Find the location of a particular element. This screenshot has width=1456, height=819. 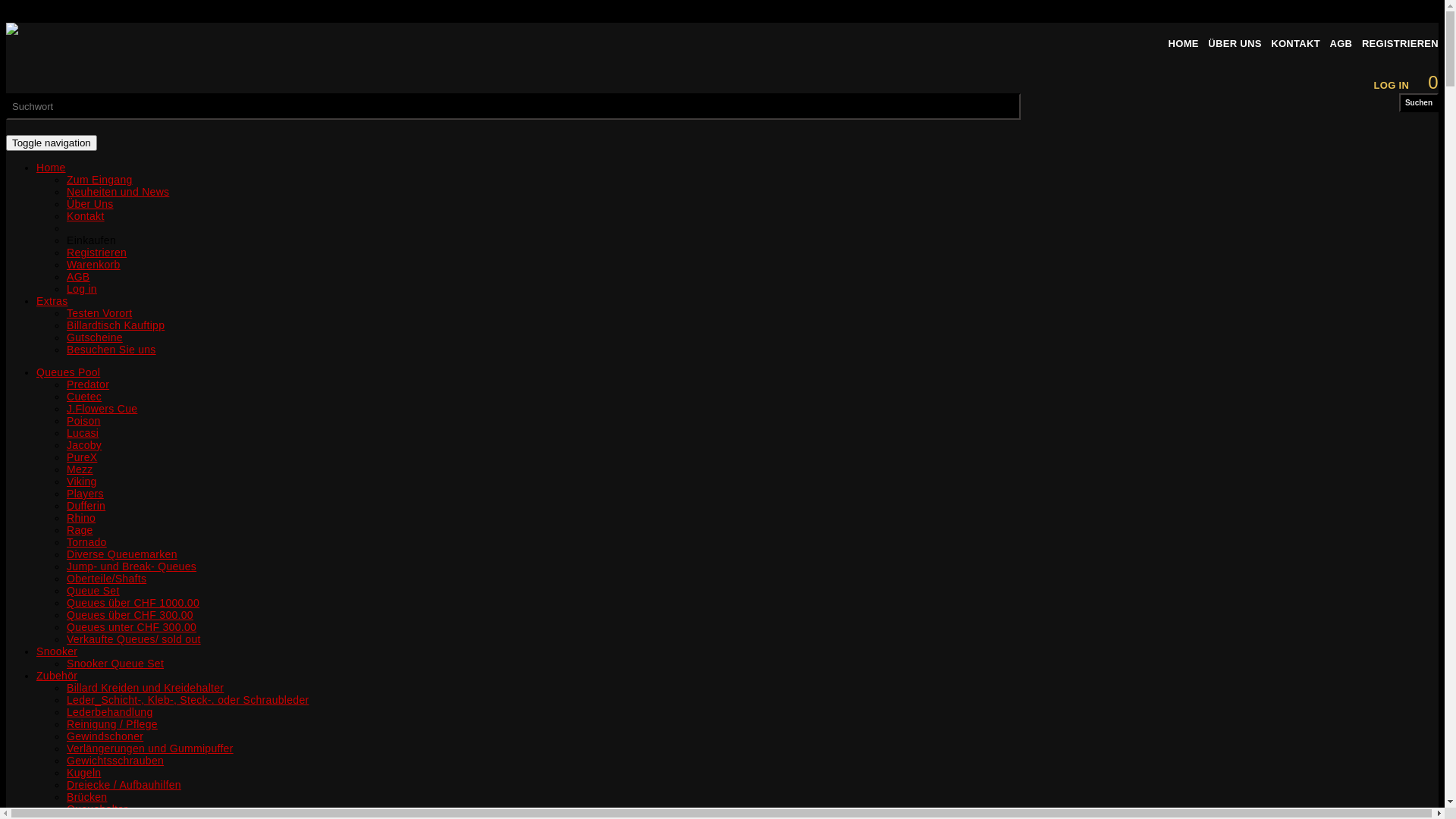

'Gewindschoner' is located at coordinates (104, 736).